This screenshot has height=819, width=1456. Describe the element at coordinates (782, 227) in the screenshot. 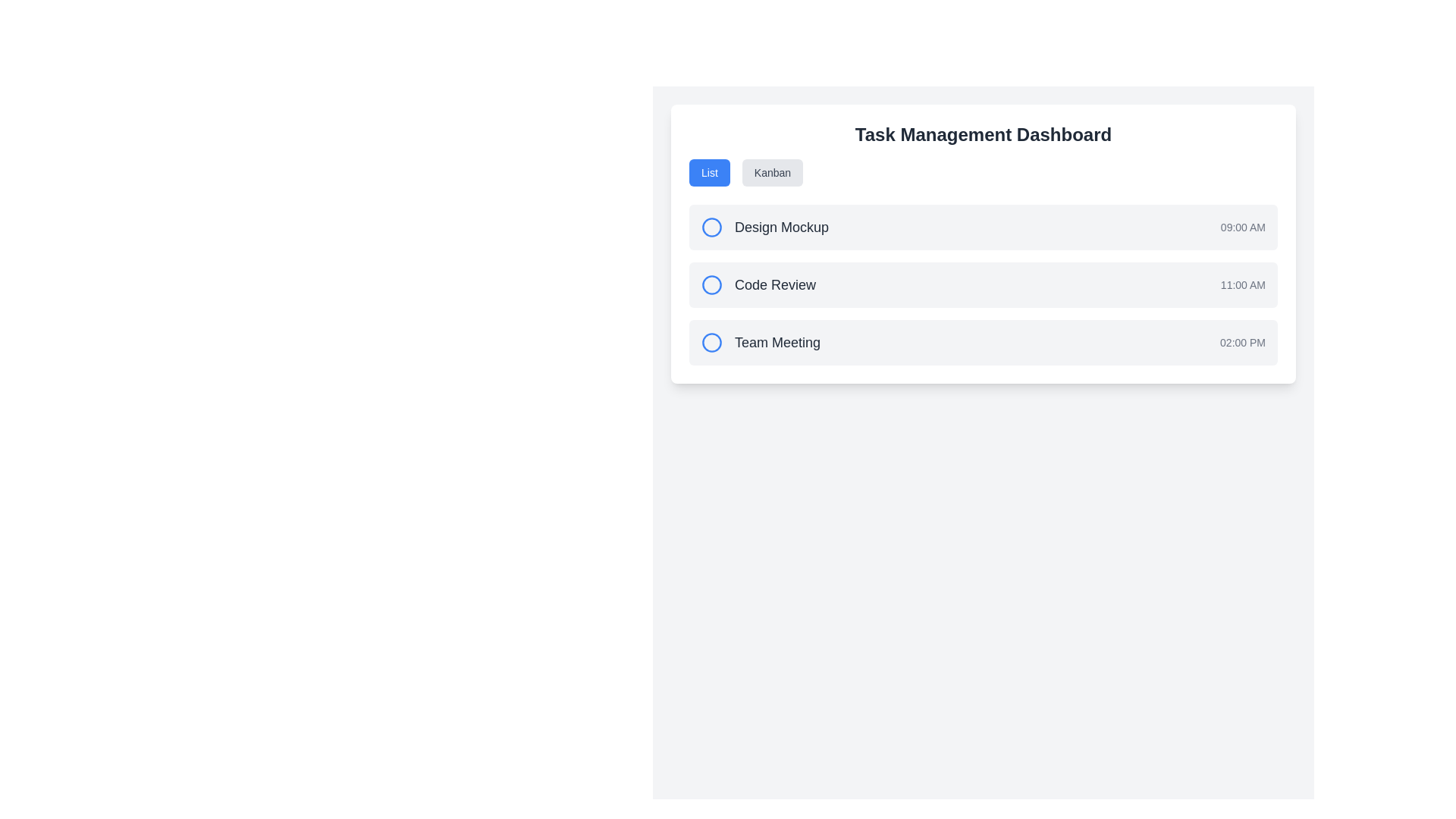

I see `the text label containing the phrase 'Design Mockup' which is styled in gray color and part of the Task Management Dashboard interface` at that location.